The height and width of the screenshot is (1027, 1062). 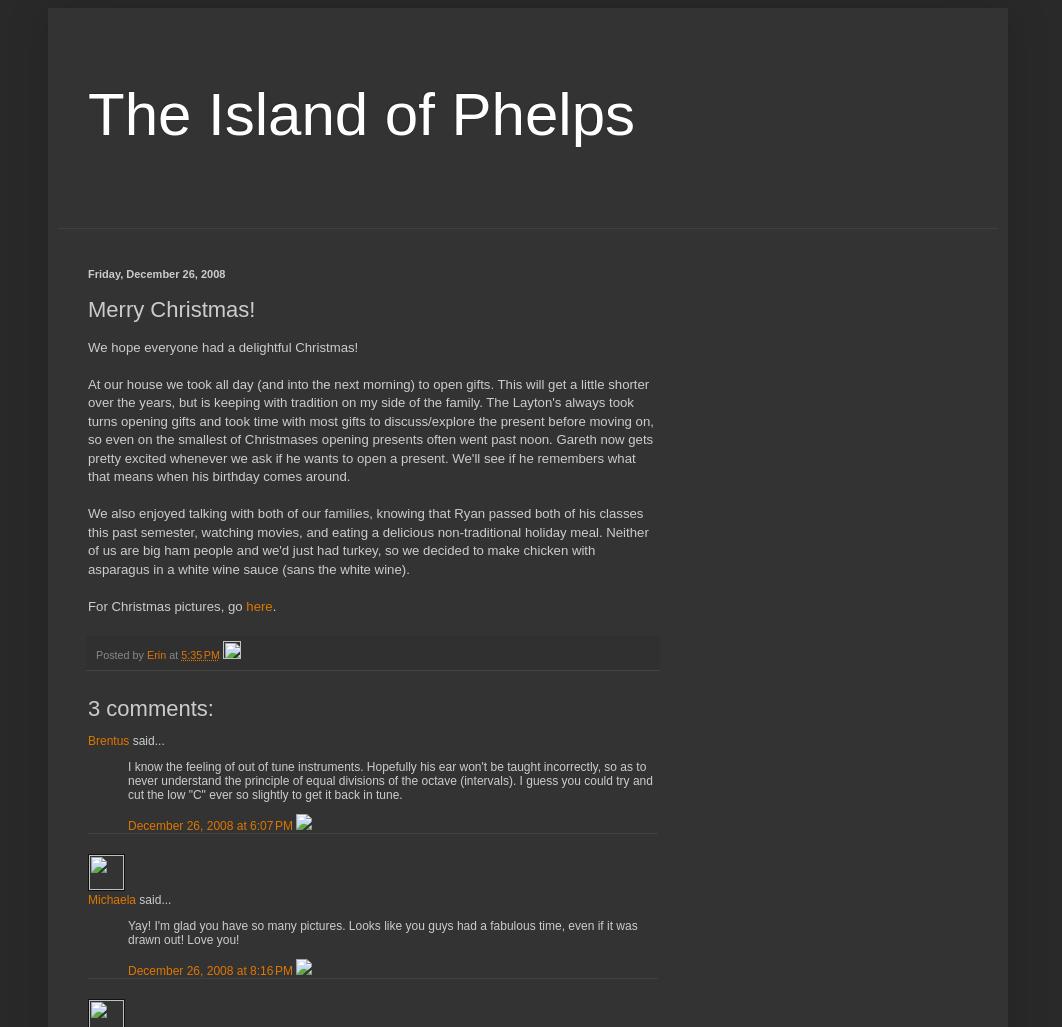 I want to click on 'December 26, 2008 at 8:16 PM', so click(x=211, y=970).